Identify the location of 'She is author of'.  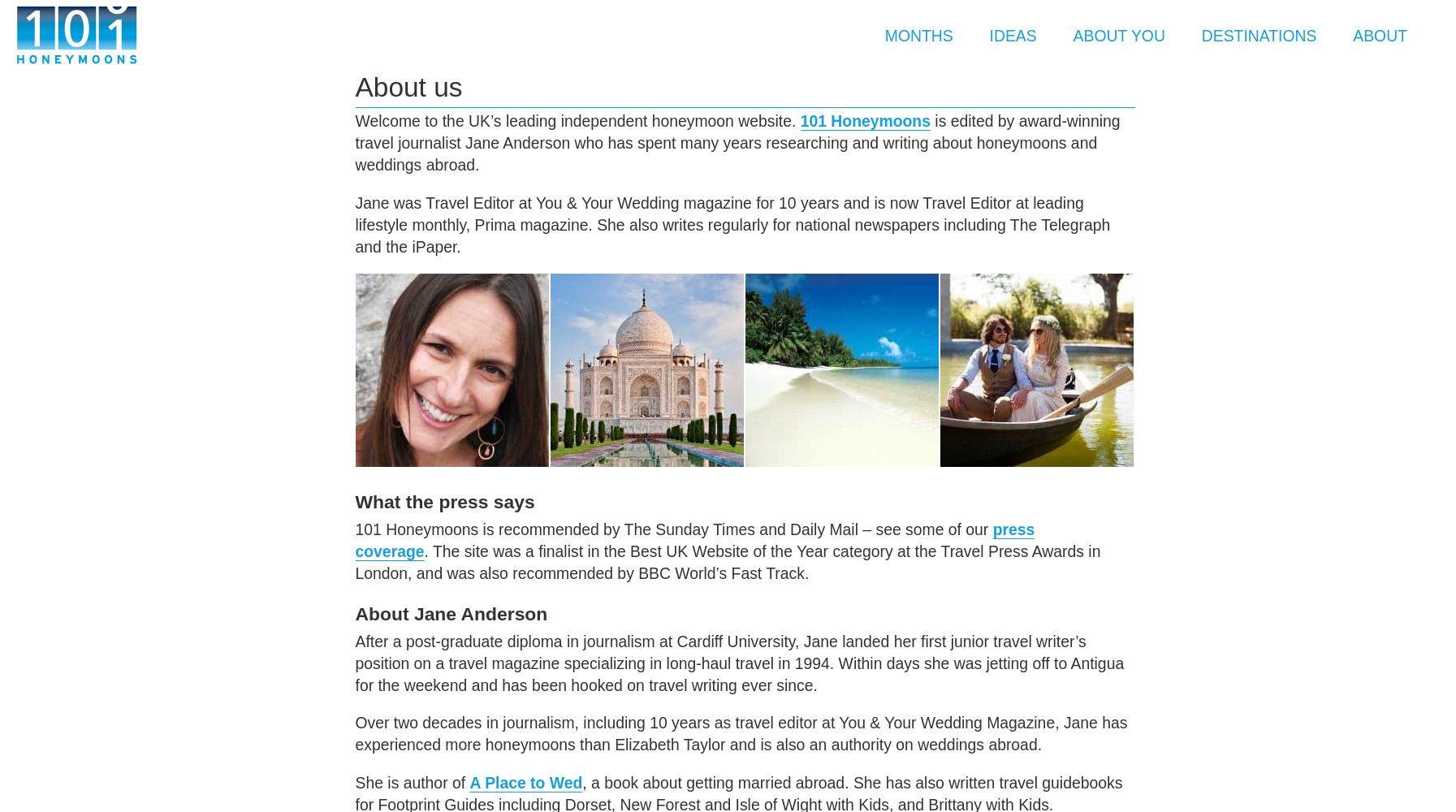
(353, 781).